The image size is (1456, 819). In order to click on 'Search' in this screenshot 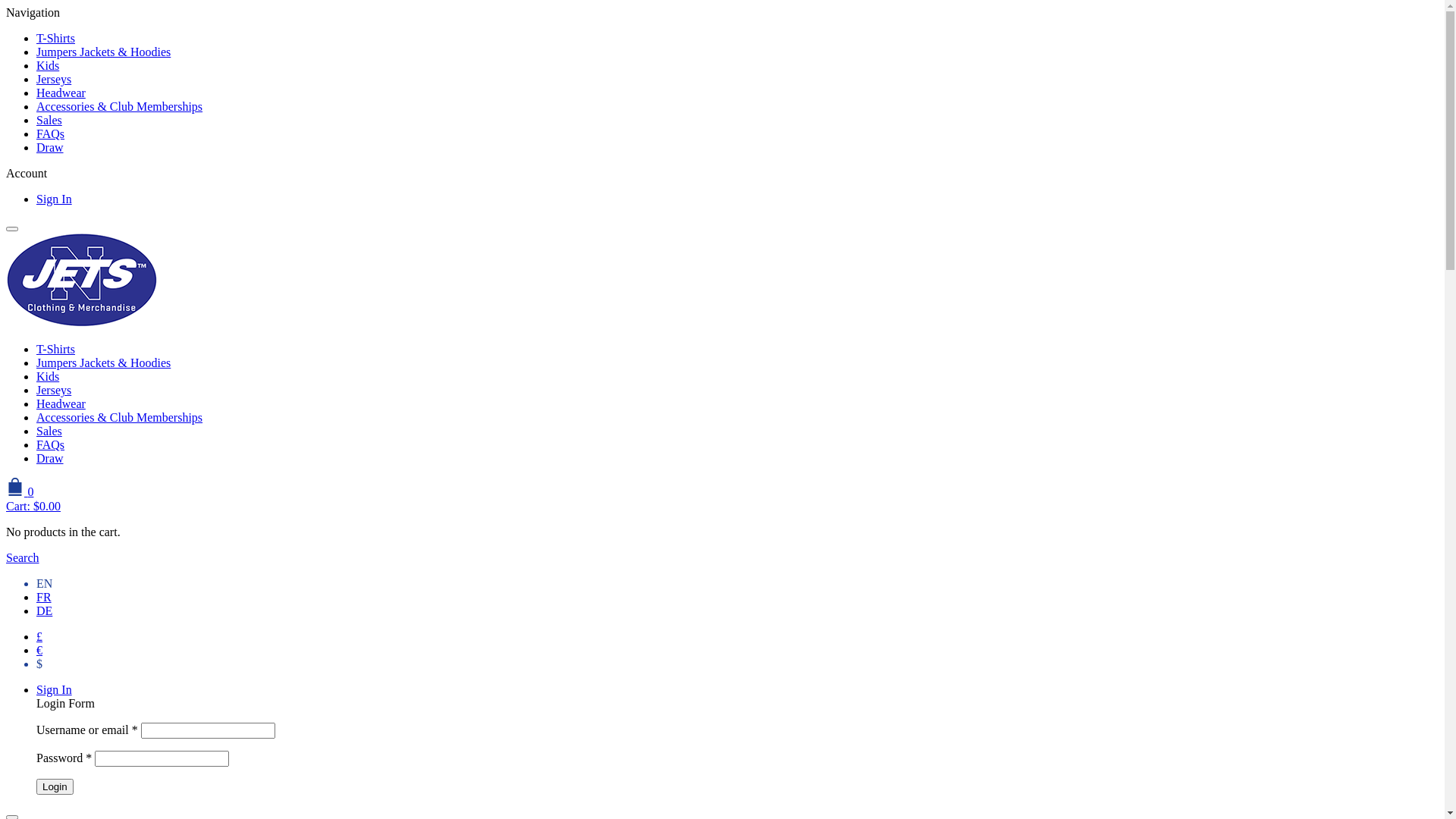, I will do `click(22, 557)`.